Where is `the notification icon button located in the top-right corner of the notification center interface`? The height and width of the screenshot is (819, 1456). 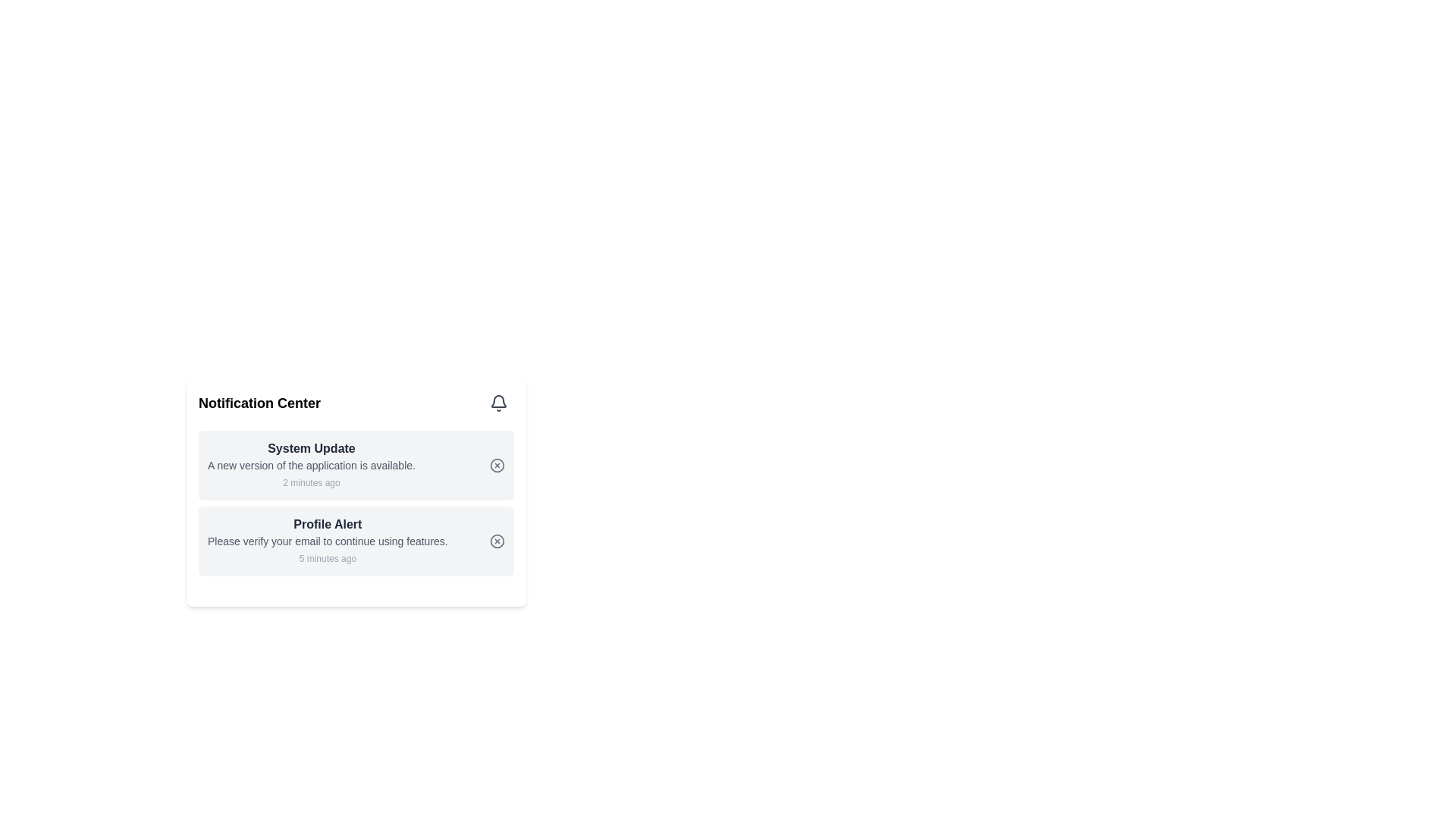
the notification icon button located in the top-right corner of the notification center interface is located at coordinates (498, 403).